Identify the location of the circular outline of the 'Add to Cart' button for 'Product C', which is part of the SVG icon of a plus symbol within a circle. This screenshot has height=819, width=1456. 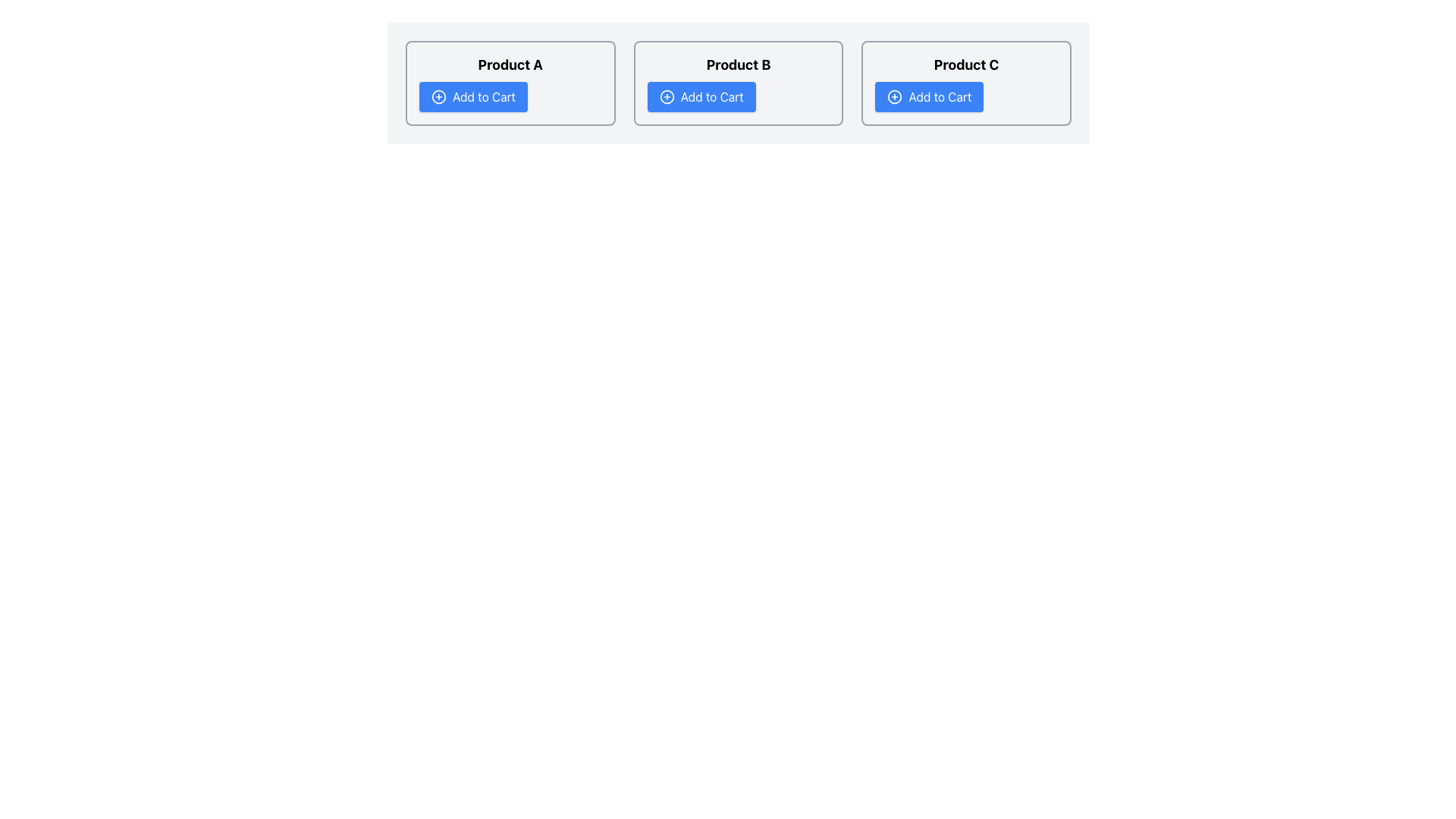
(895, 96).